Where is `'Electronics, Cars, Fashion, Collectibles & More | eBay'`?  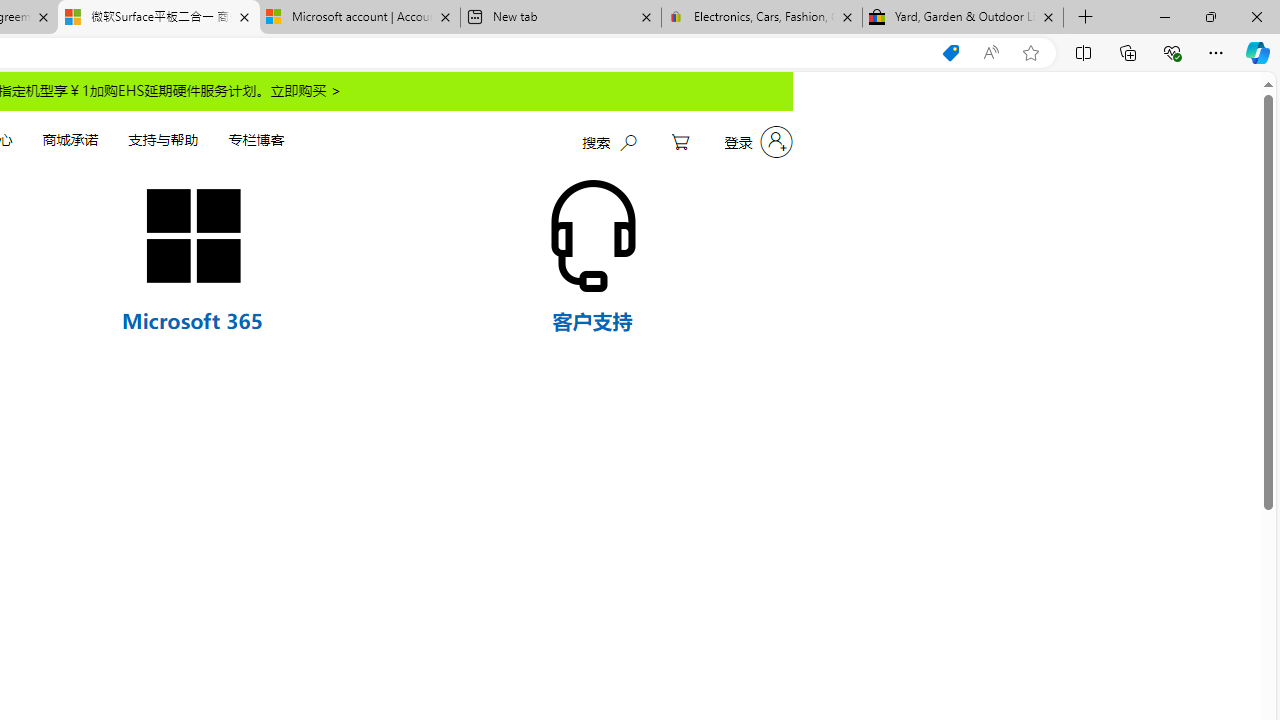 'Electronics, Cars, Fashion, Collectibles & More | eBay' is located at coordinates (760, 17).